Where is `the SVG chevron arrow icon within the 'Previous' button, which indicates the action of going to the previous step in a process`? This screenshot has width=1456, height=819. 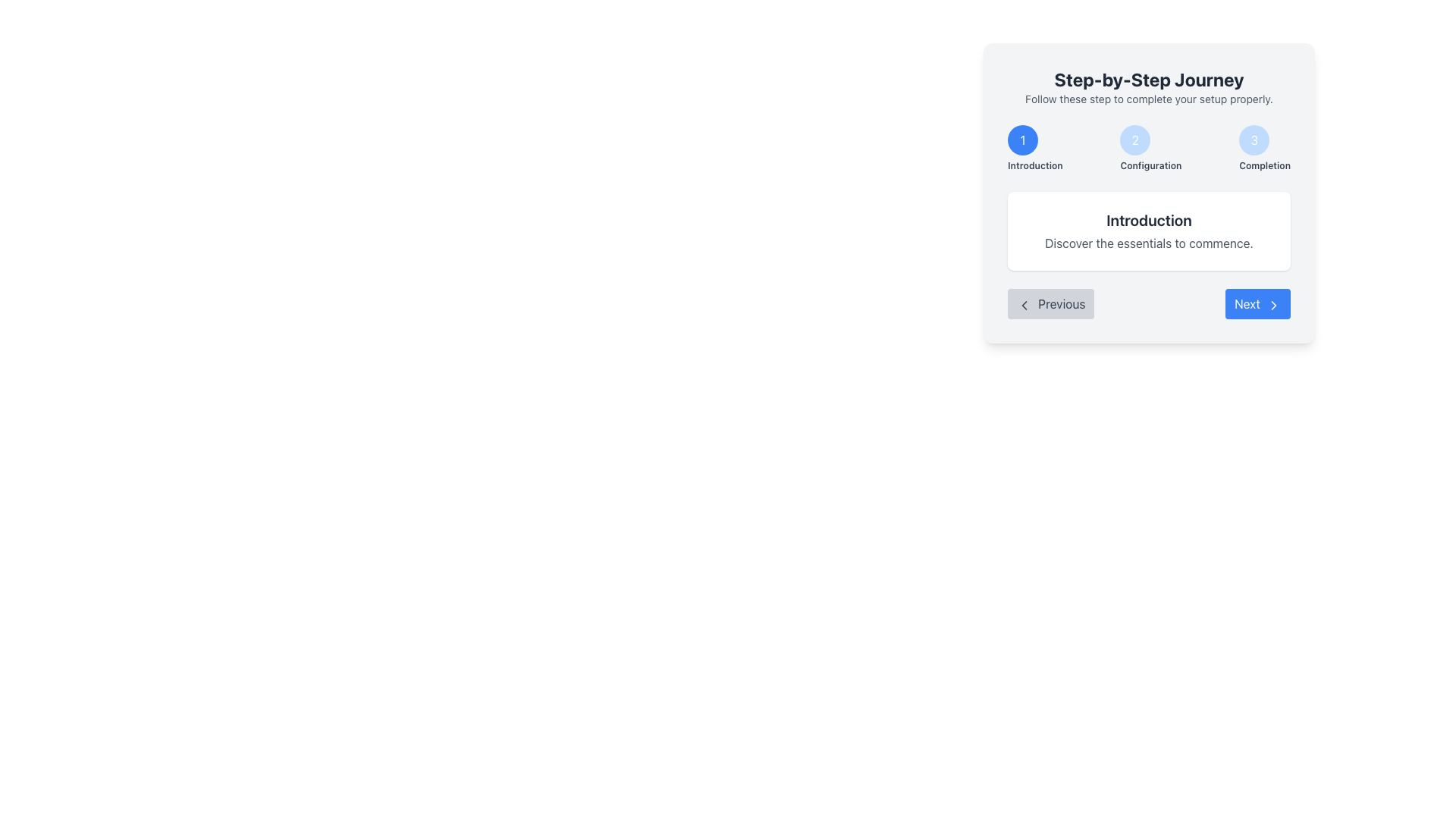 the SVG chevron arrow icon within the 'Previous' button, which indicates the action of going to the previous step in a process is located at coordinates (1024, 304).